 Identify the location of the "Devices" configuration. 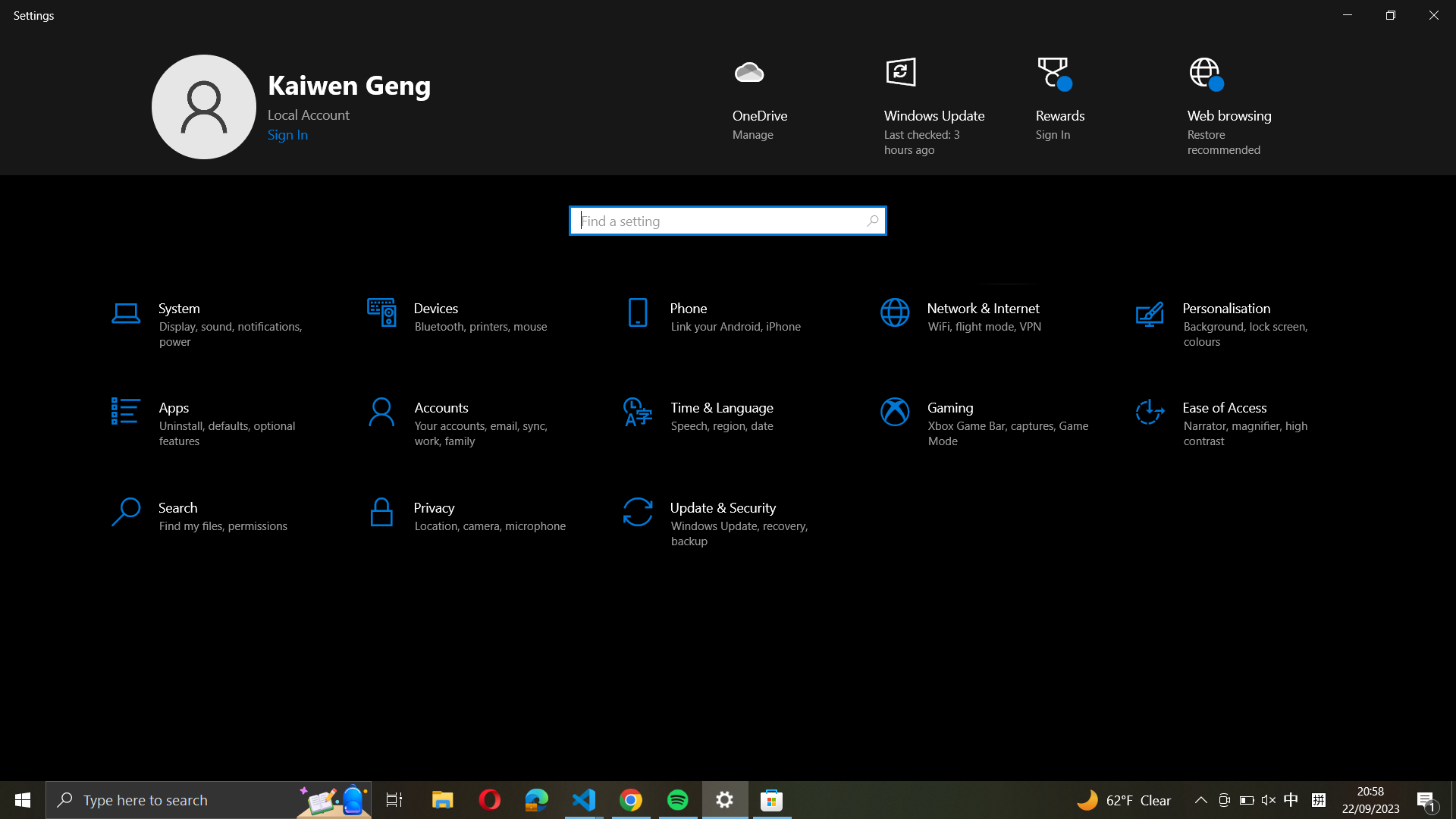
(469, 325).